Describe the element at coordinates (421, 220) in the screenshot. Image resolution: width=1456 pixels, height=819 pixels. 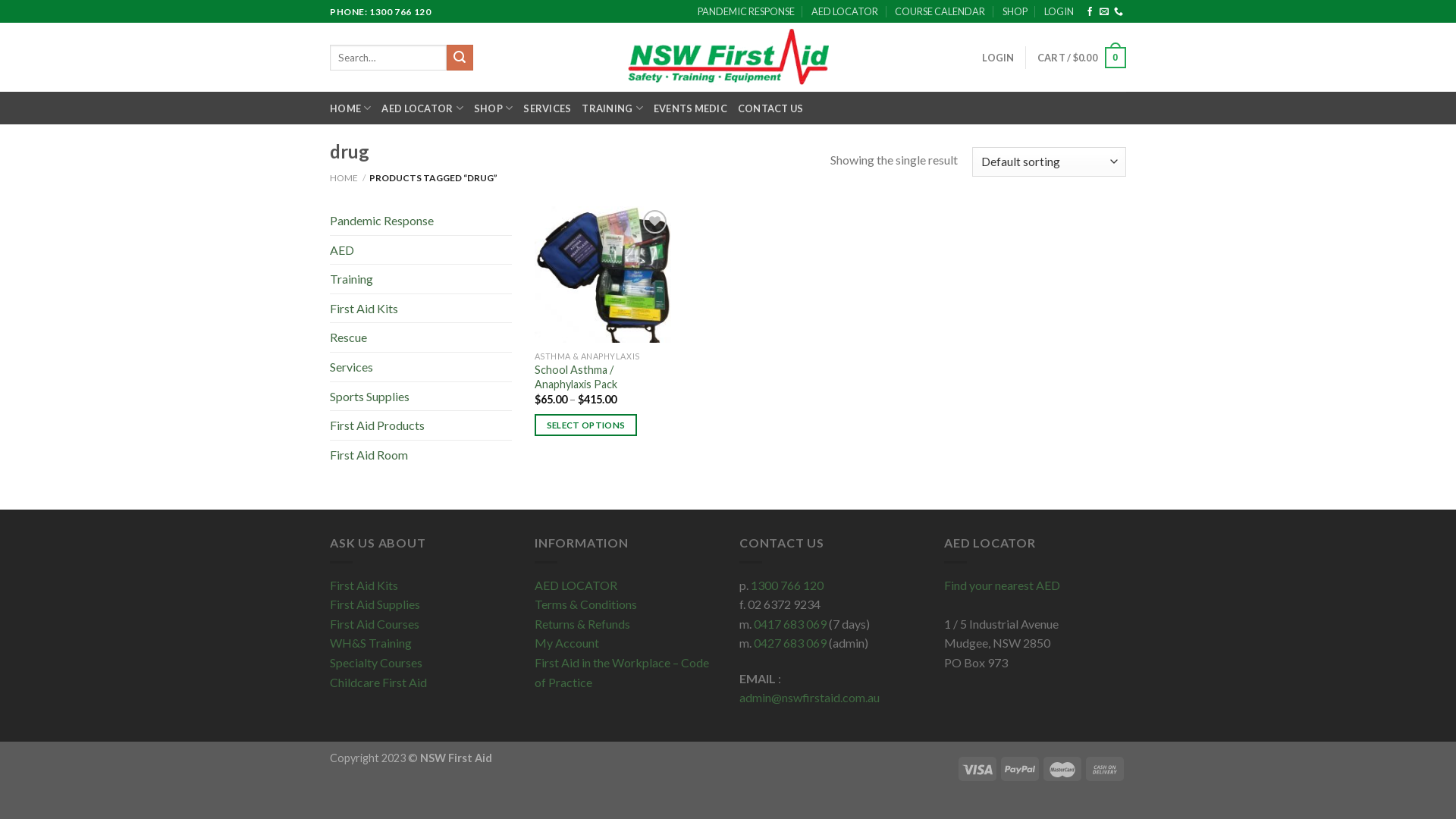
I see `'Pandemic Response'` at that location.